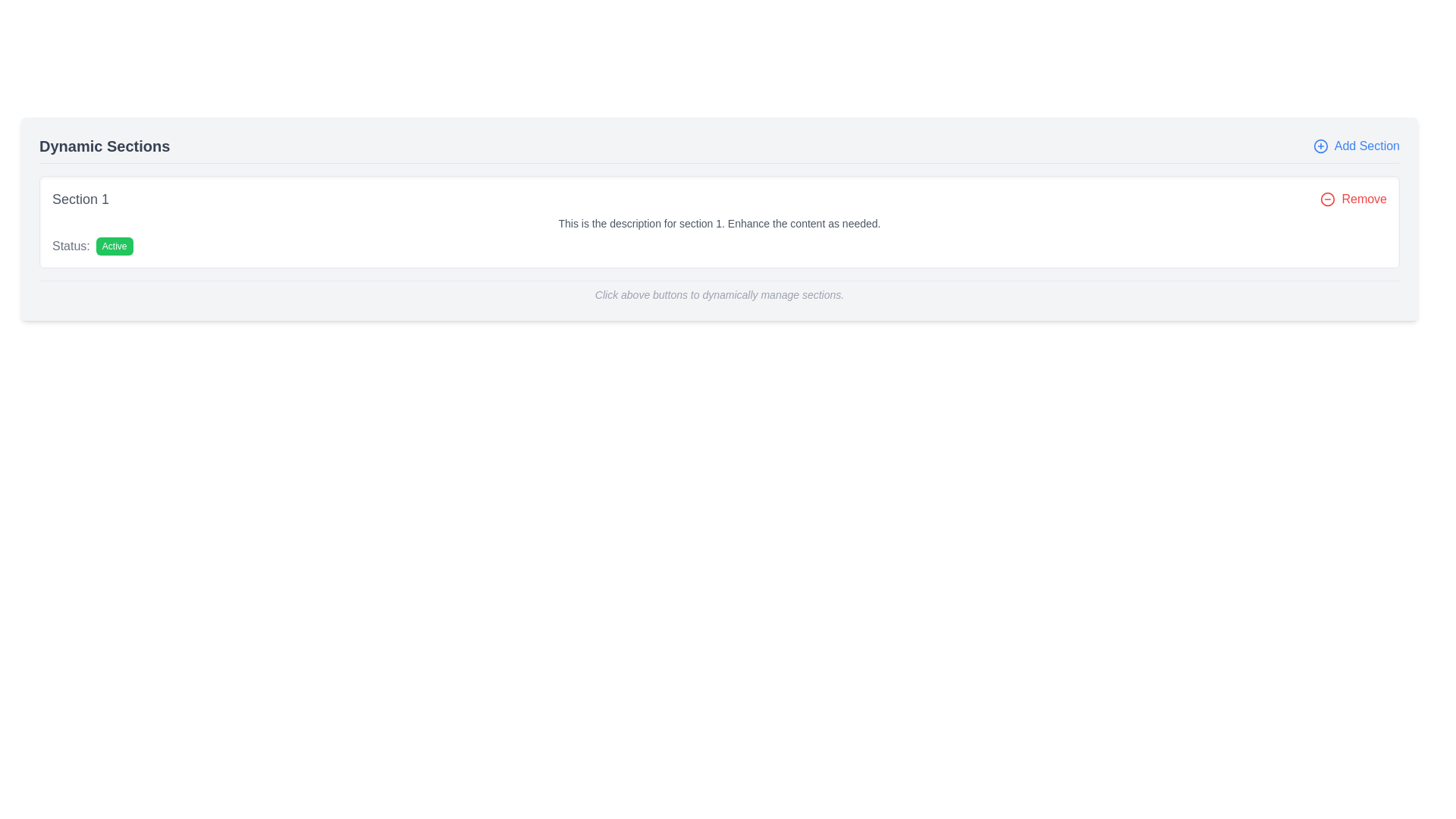 The height and width of the screenshot is (819, 1456). I want to click on the hollow circular minus icon located next to the 'Remove' label in 'Section 1' of the UI, so click(1327, 198).